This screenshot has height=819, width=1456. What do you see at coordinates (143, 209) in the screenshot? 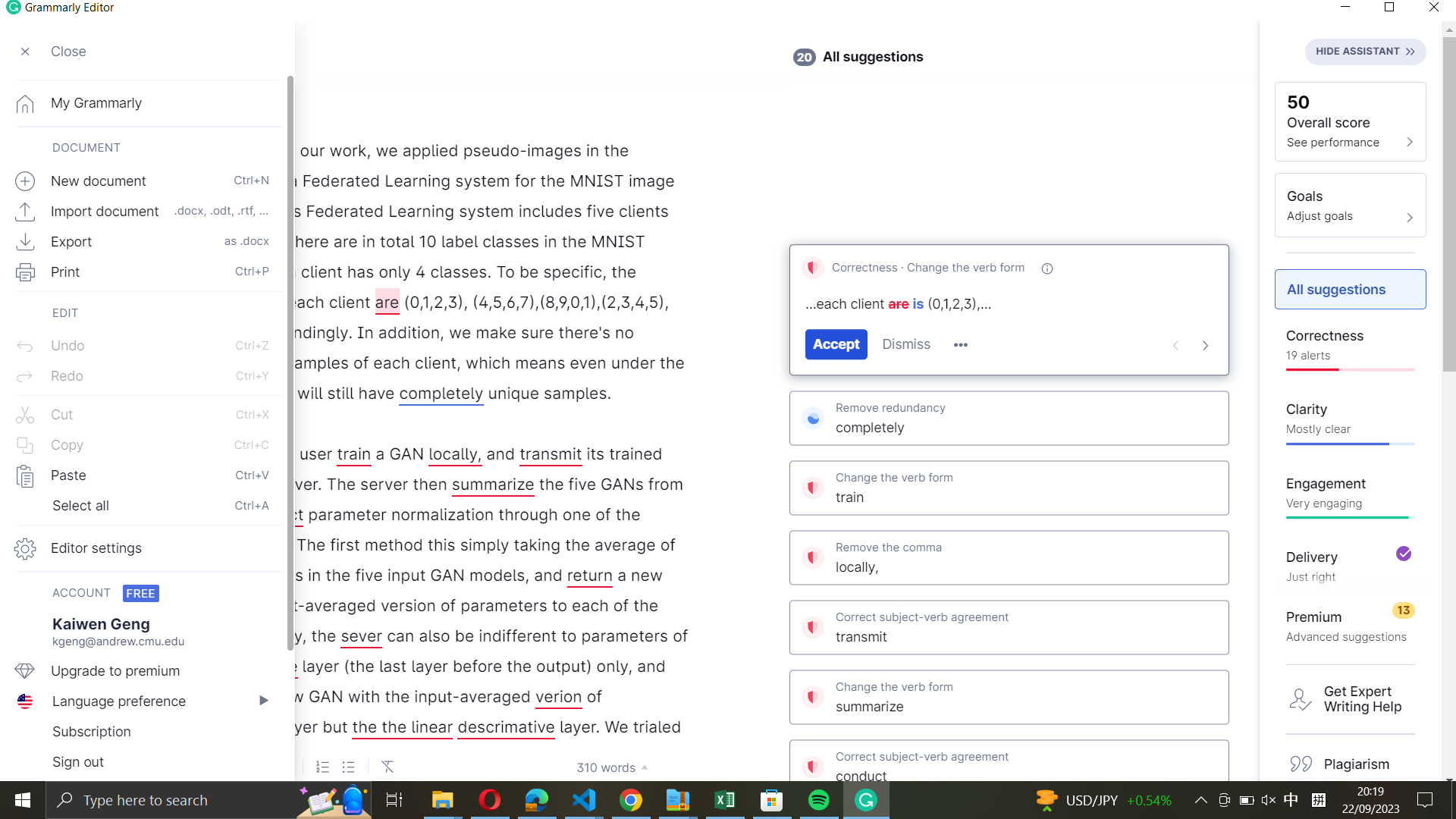
I see `the import button` at bounding box center [143, 209].